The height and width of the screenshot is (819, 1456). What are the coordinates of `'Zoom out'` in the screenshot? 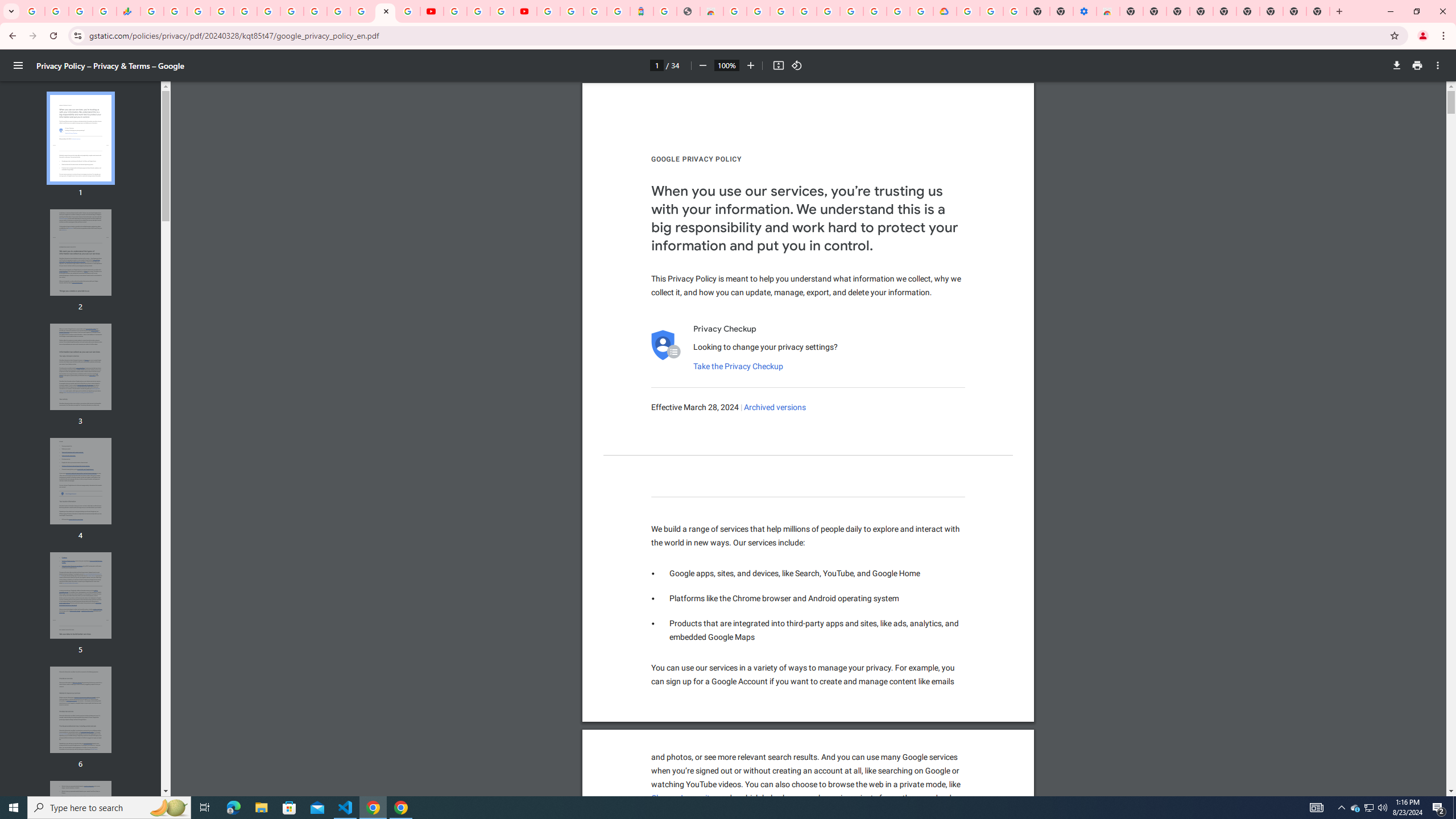 It's located at (702, 65).